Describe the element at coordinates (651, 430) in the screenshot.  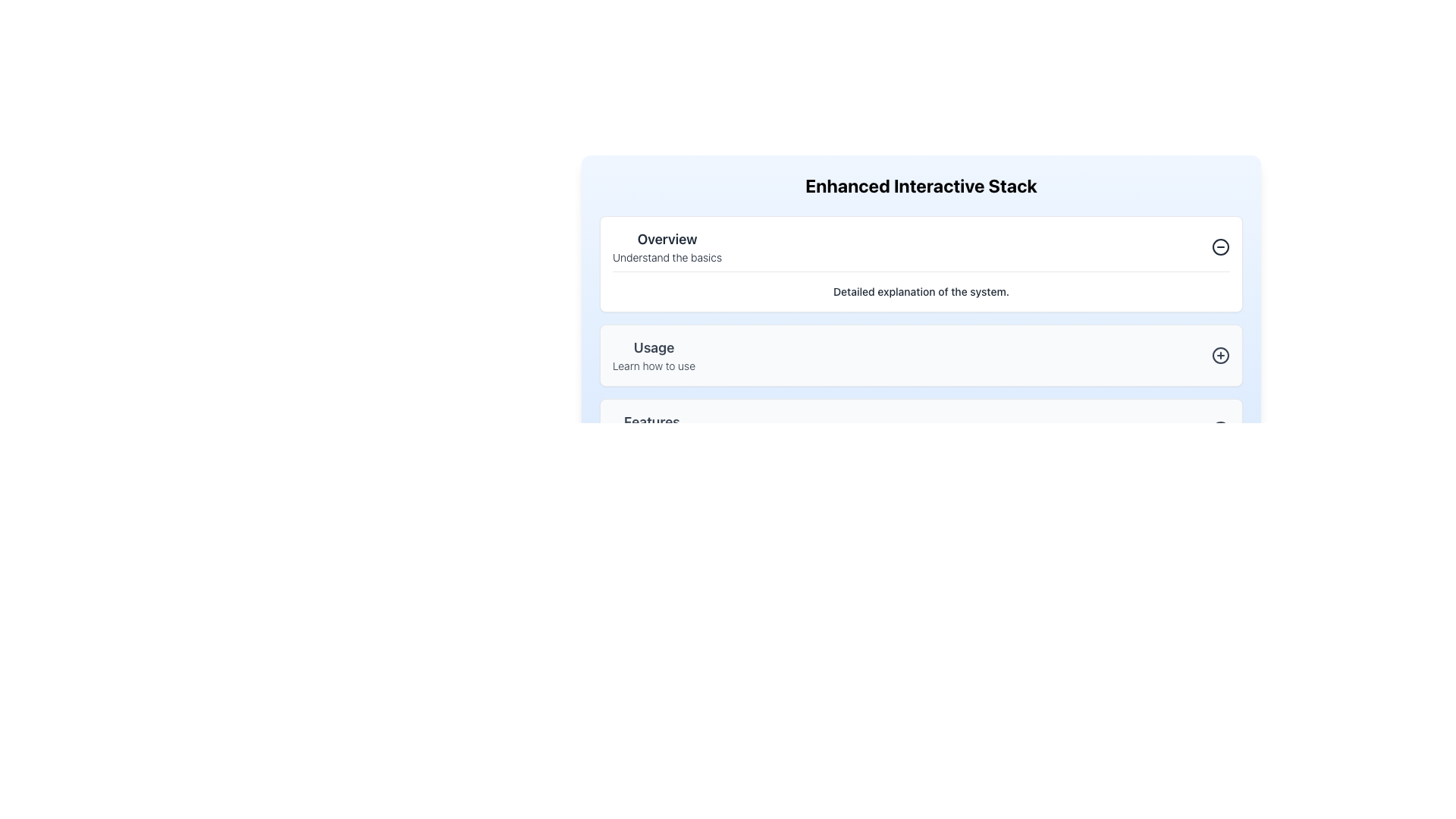
I see `the Informational text block that provides information about the 'Features' section, located below the 'Usage' section, and describes it as 'Explore features'` at that location.